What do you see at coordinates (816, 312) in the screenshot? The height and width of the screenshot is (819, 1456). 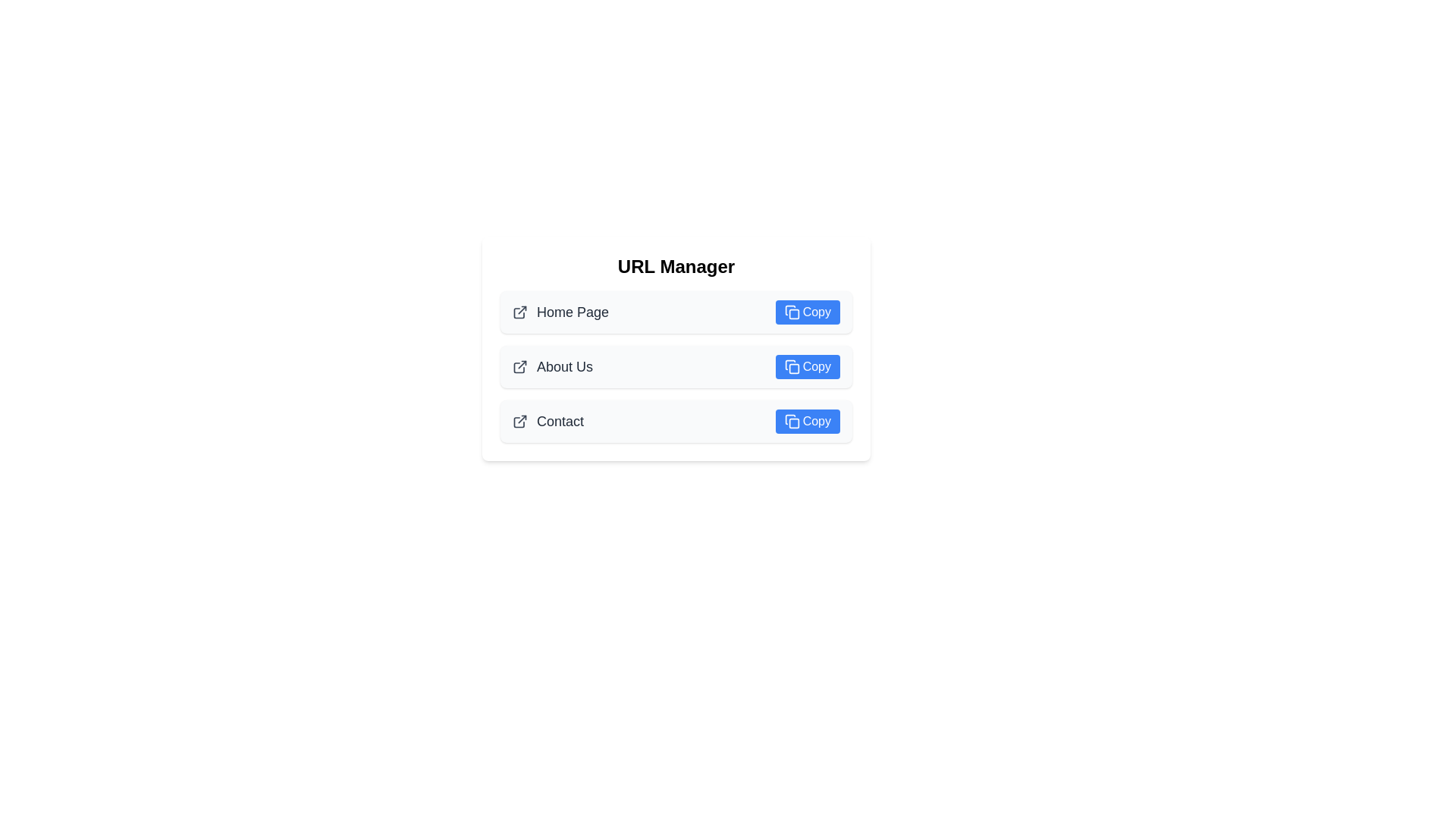 I see `the 'Copy' text label within the button using tab navigation` at bounding box center [816, 312].